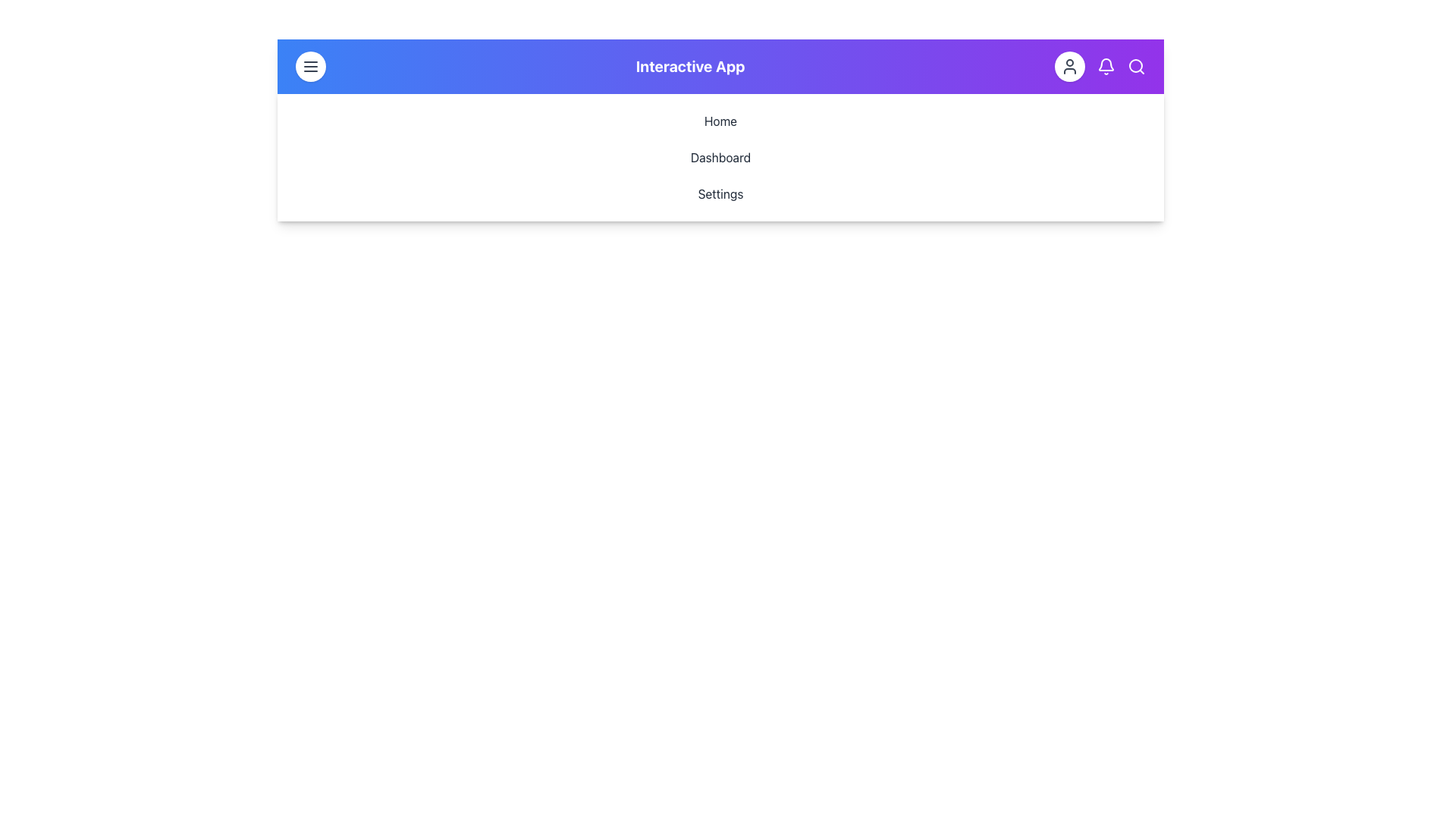 Image resolution: width=1456 pixels, height=819 pixels. Describe the element at coordinates (1136, 66) in the screenshot. I see `the search icon located on the far right of the navigation bar to initiate a search` at that location.